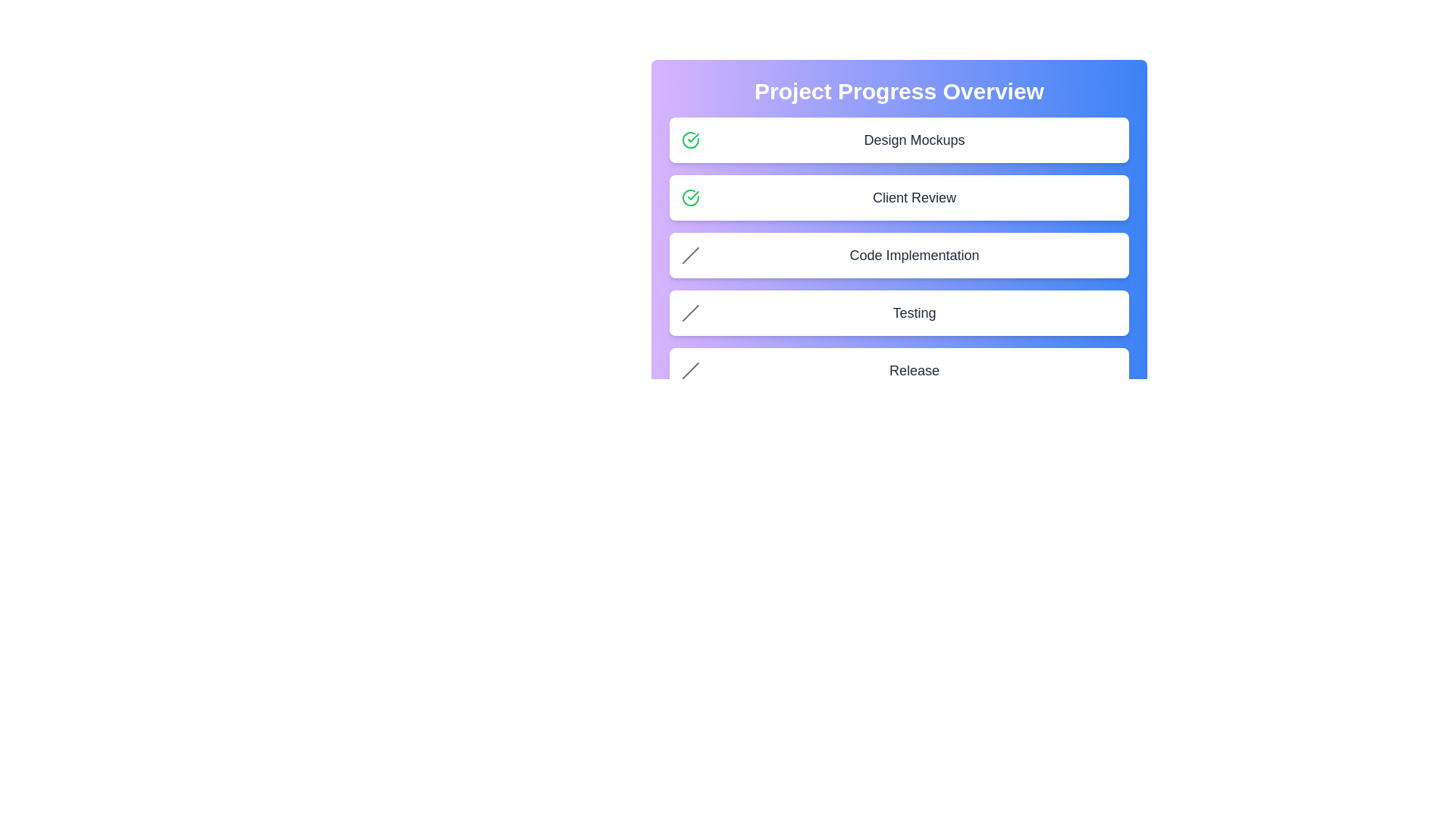 The height and width of the screenshot is (819, 1456). What do you see at coordinates (899, 210) in the screenshot?
I see `the second list item block labeled 'Client Review' with a green checkmark` at bounding box center [899, 210].